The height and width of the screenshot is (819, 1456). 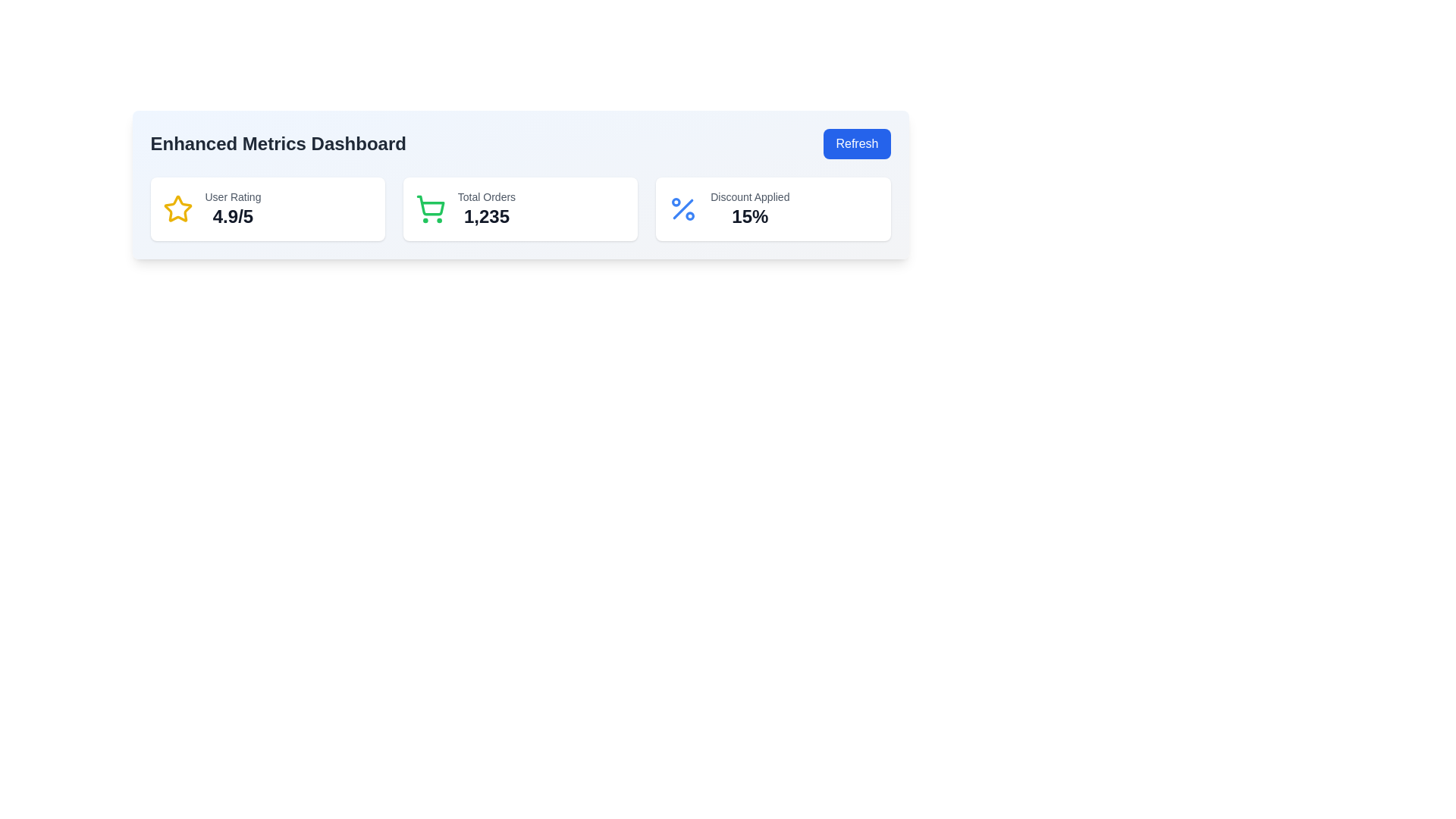 What do you see at coordinates (232, 216) in the screenshot?
I see `the bold, large-font text displaying '4.9/5' with a dark gray color located in the 'User Rating' section of the dashboard` at bounding box center [232, 216].